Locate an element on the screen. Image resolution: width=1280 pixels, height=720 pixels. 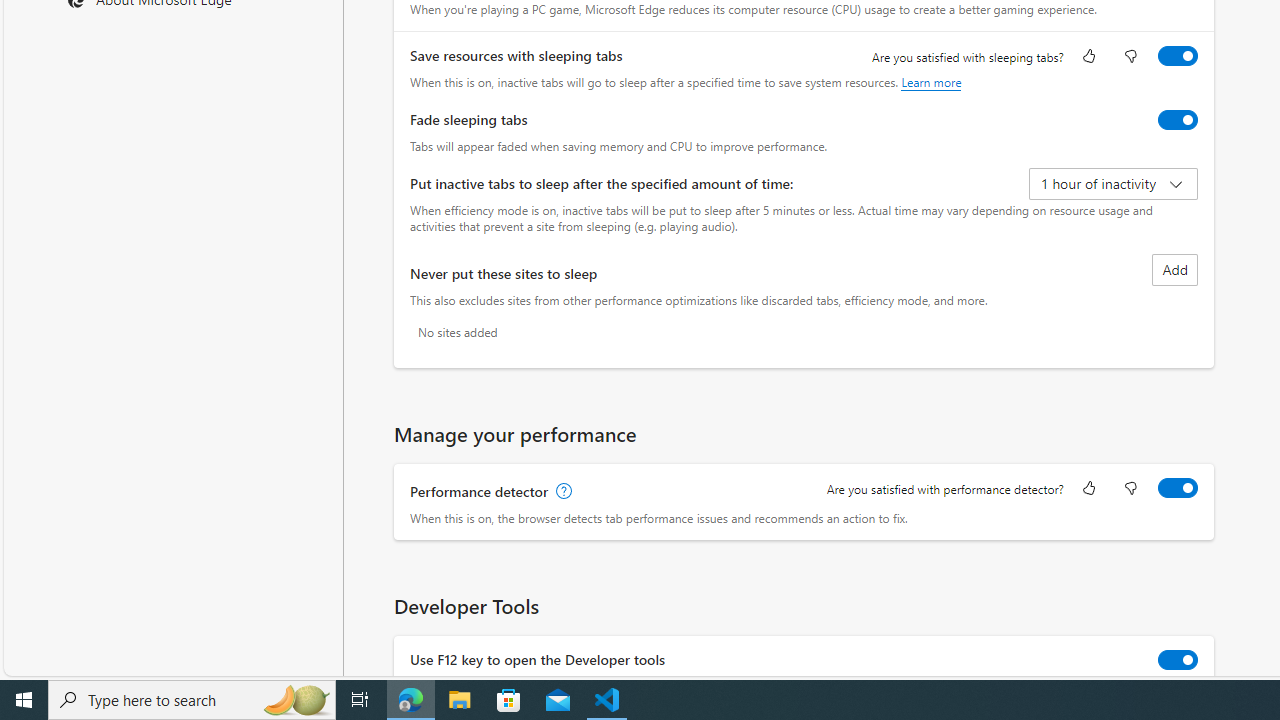
'Task View' is located at coordinates (359, 698).